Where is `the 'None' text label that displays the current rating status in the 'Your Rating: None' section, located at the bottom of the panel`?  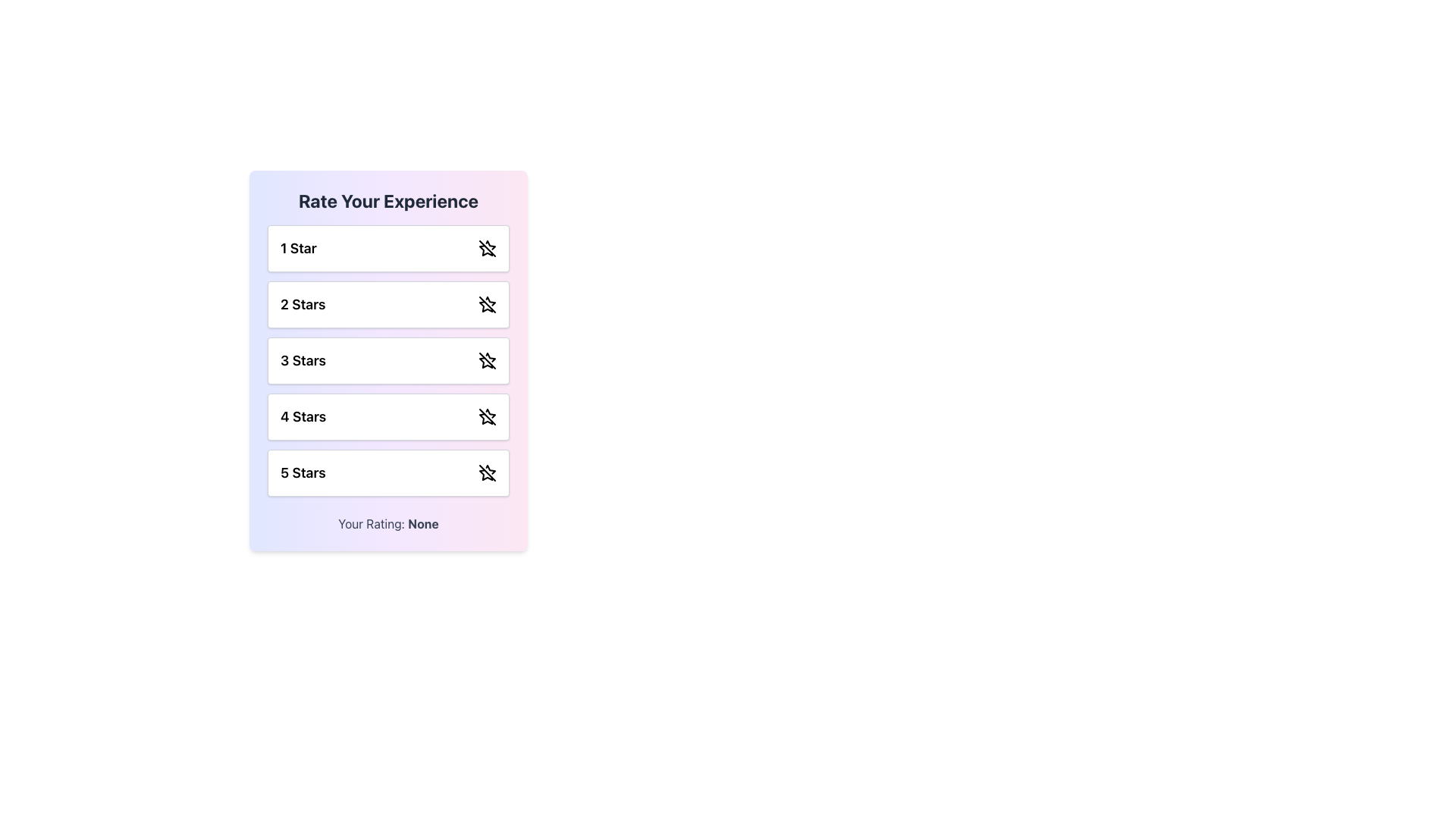
the 'None' text label that displays the current rating status in the 'Your Rating: None' section, located at the bottom of the panel is located at coordinates (423, 522).